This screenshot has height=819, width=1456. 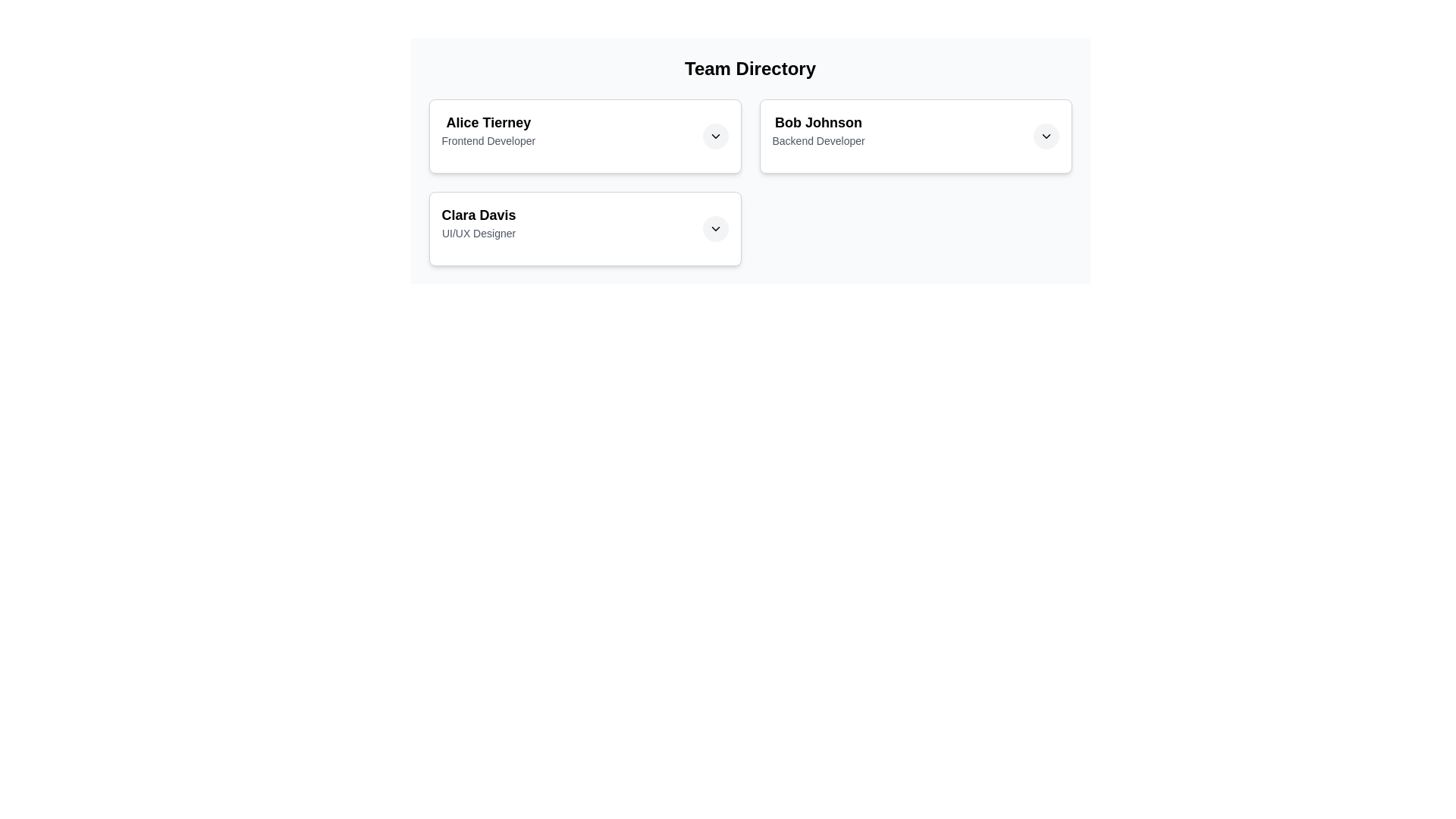 I want to click on the Label displaying 'Clara Davis' and 'UI/UX Designer' in the grid of user cards, so click(x=478, y=228).